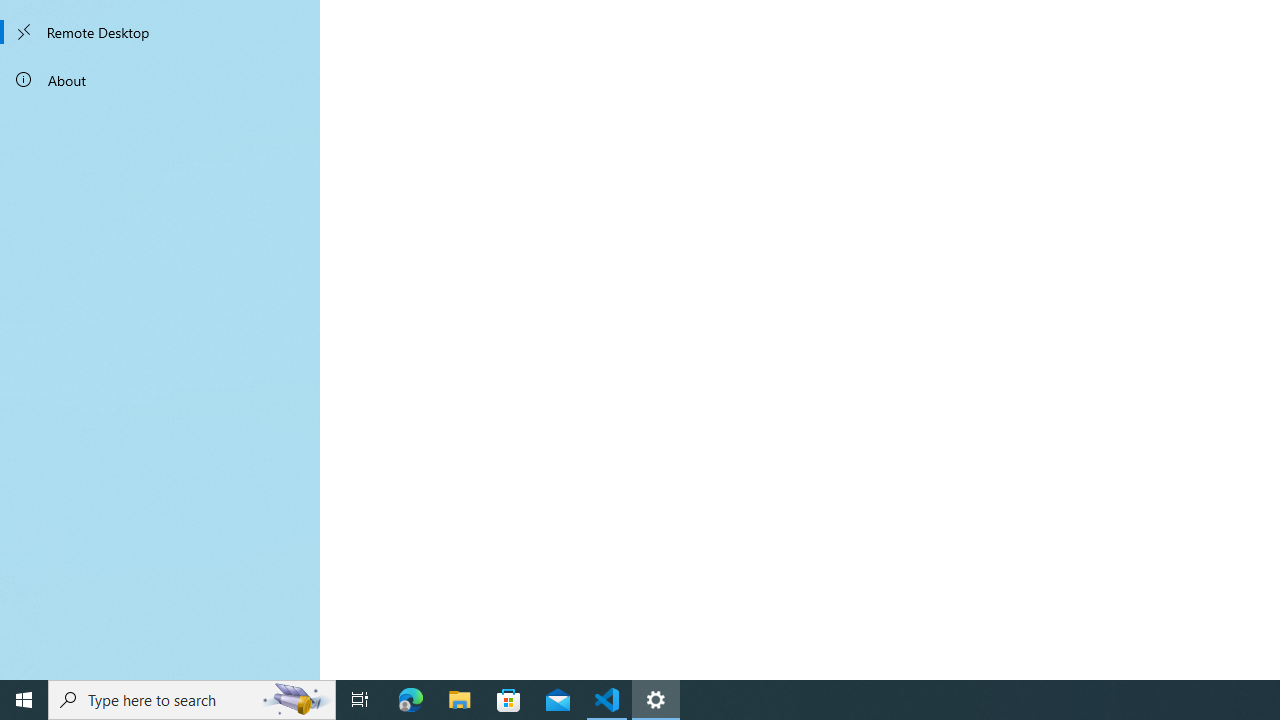 The width and height of the screenshot is (1280, 720). What do you see at coordinates (656, 698) in the screenshot?
I see `'Settings - 1 running window'` at bounding box center [656, 698].